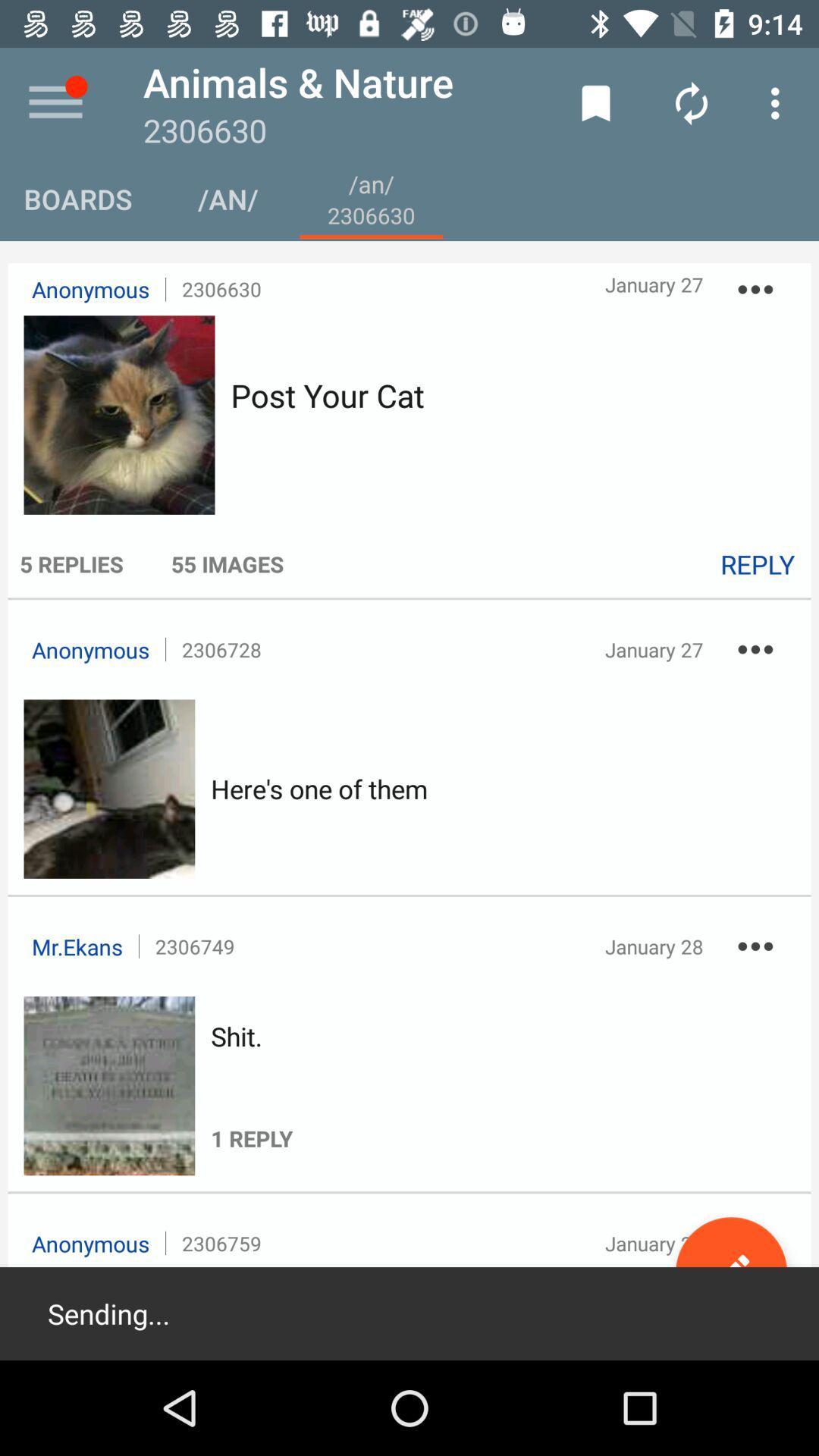 The height and width of the screenshot is (1456, 819). What do you see at coordinates (227, 563) in the screenshot?
I see `item next to the 6 replies item` at bounding box center [227, 563].